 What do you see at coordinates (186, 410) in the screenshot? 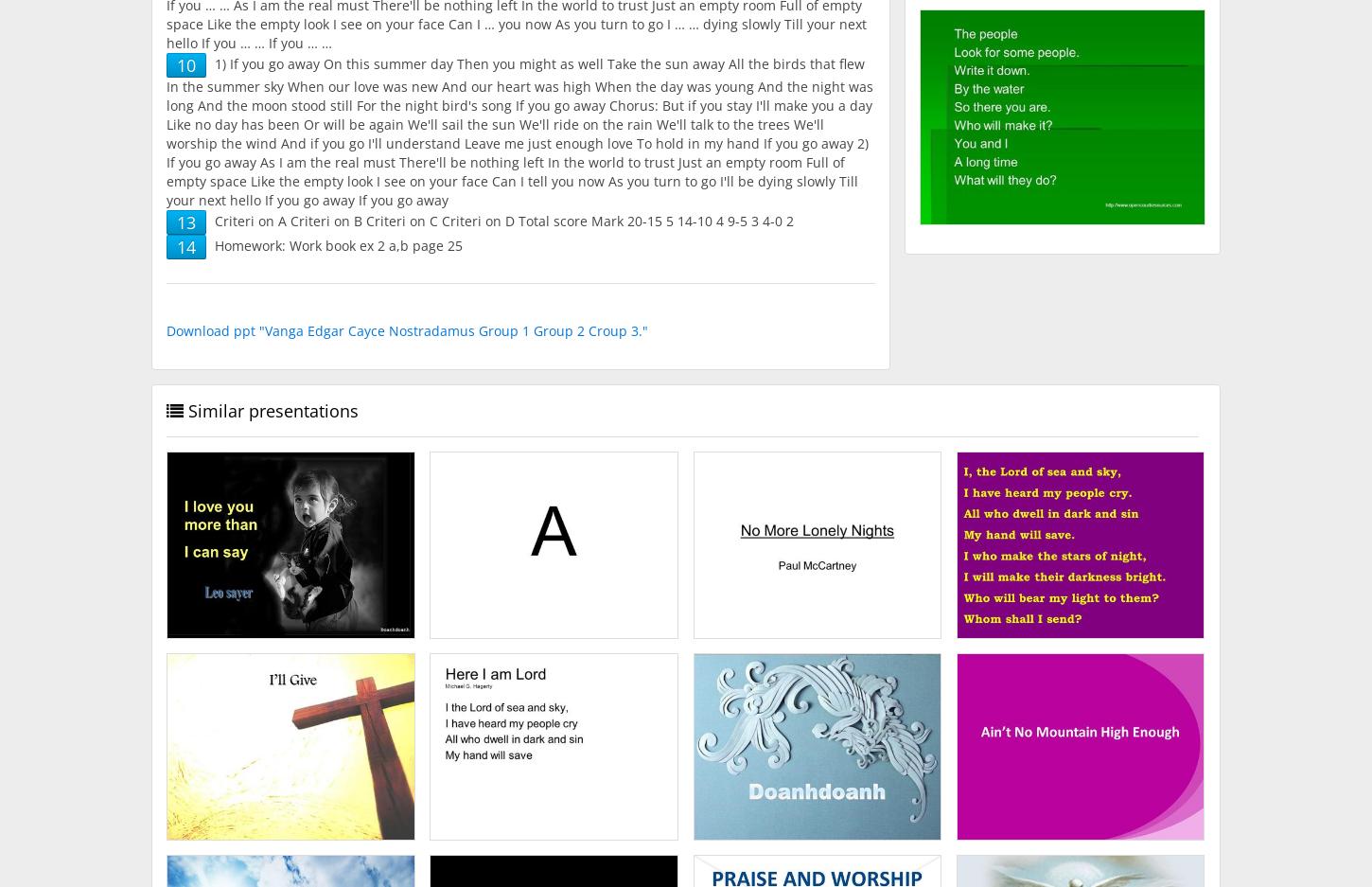
I see `'Similar presentations'` at bounding box center [186, 410].